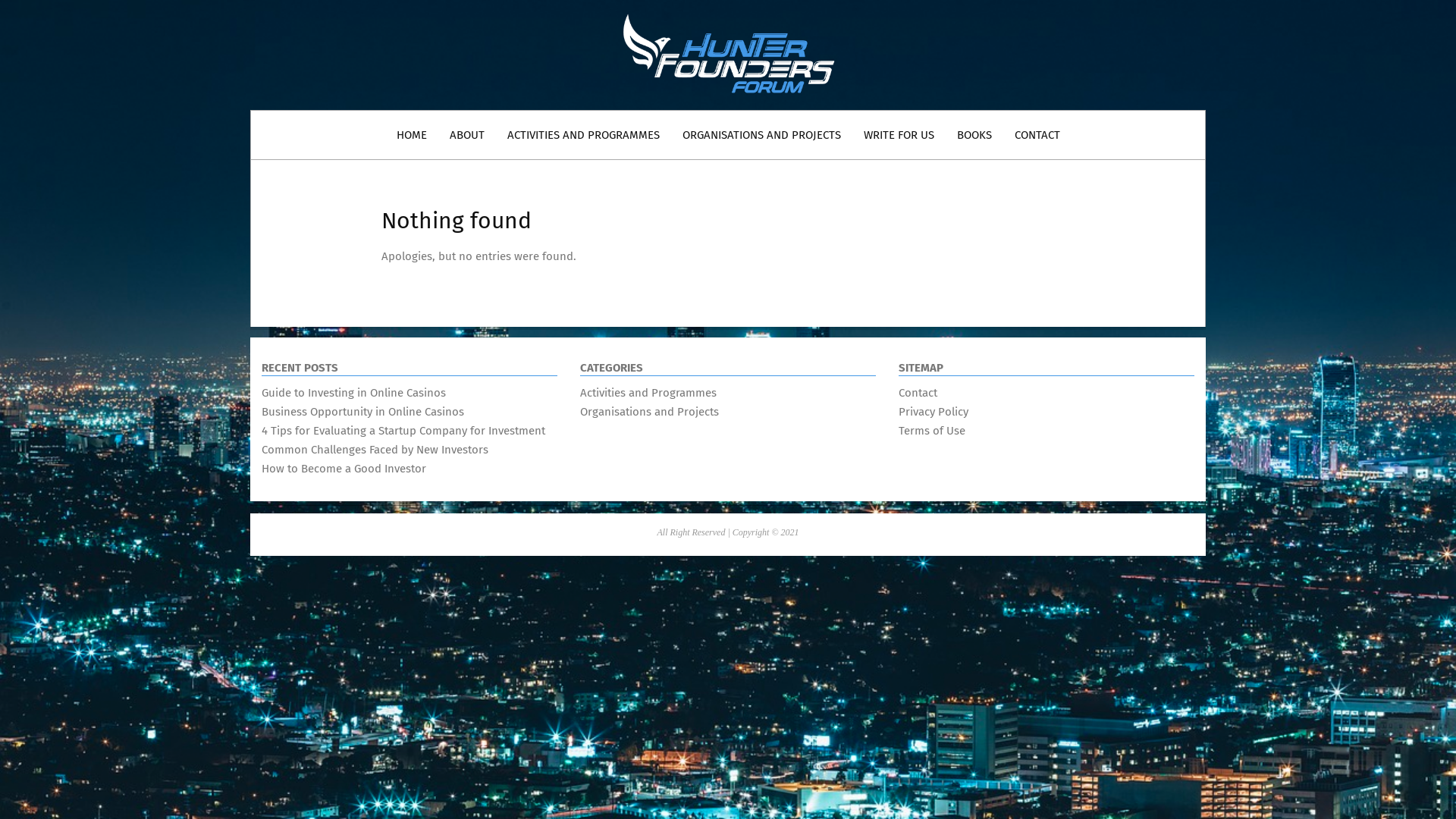 The width and height of the screenshot is (1456, 819). Describe the element at coordinates (262, 412) in the screenshot. I see `'Business Opportunity in Online Casinos'` at that location.